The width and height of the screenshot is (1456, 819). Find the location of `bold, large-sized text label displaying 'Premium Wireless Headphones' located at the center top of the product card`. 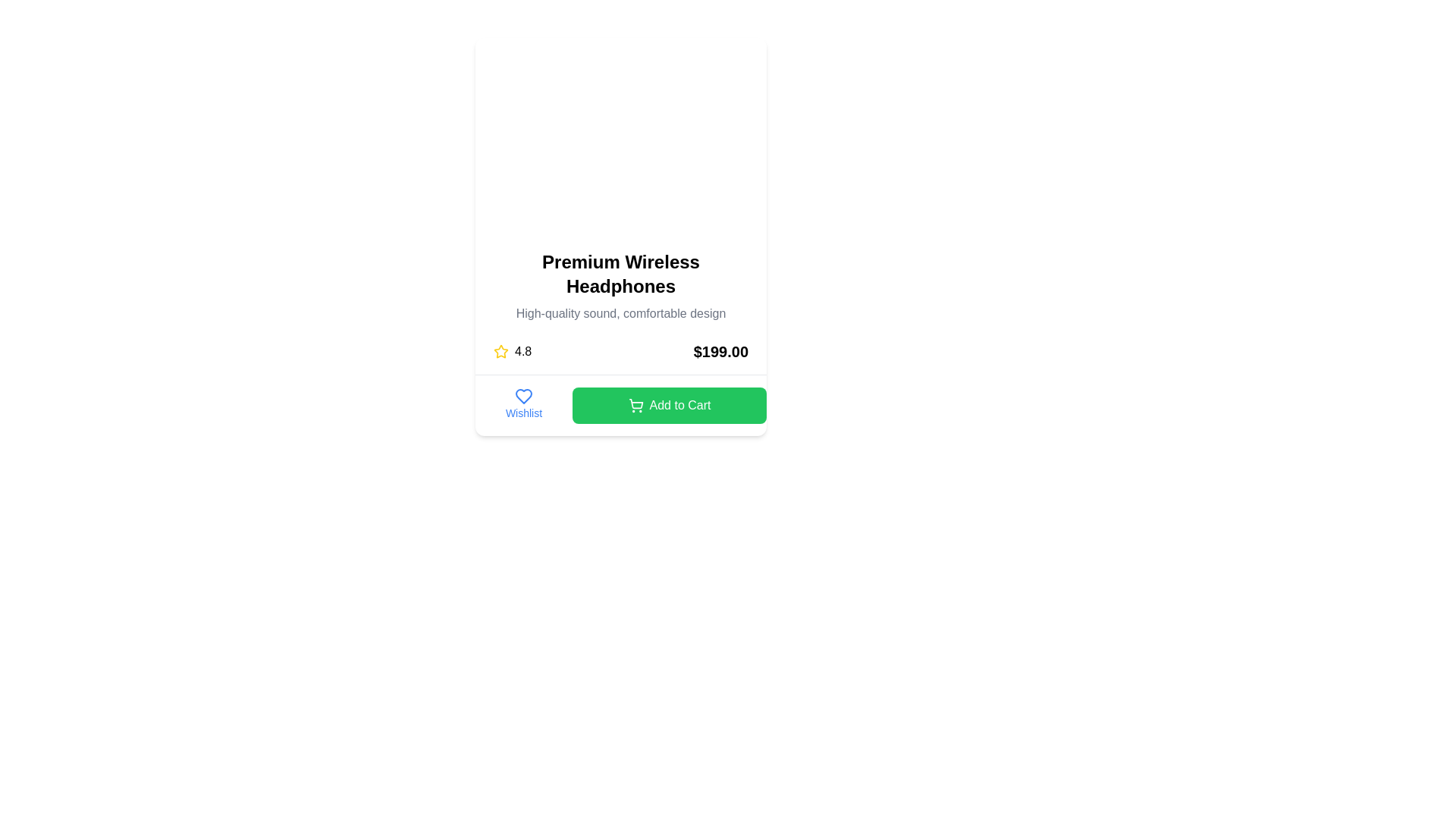

bold, large-sized text label displaying 'Premium Wireless Headphones' located at the center top of the product card is located at coordinates (621, 275).